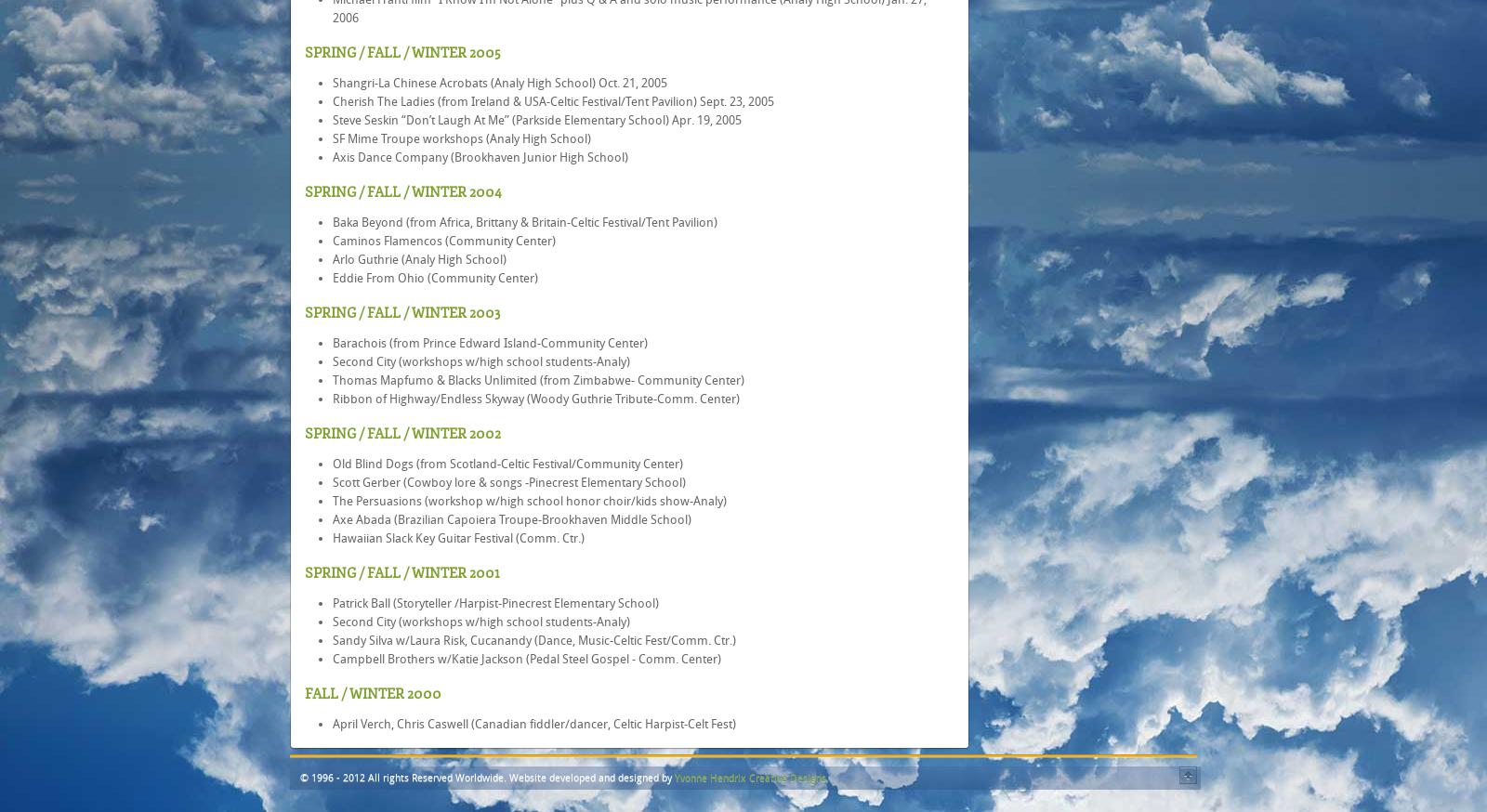 Image resolution: width=1487 pixels, height=812 pixels. Describe the element at coordinates (434, 277) in the screenshot. I see `'Eddie From Ohio (Community Center)'` at that location.